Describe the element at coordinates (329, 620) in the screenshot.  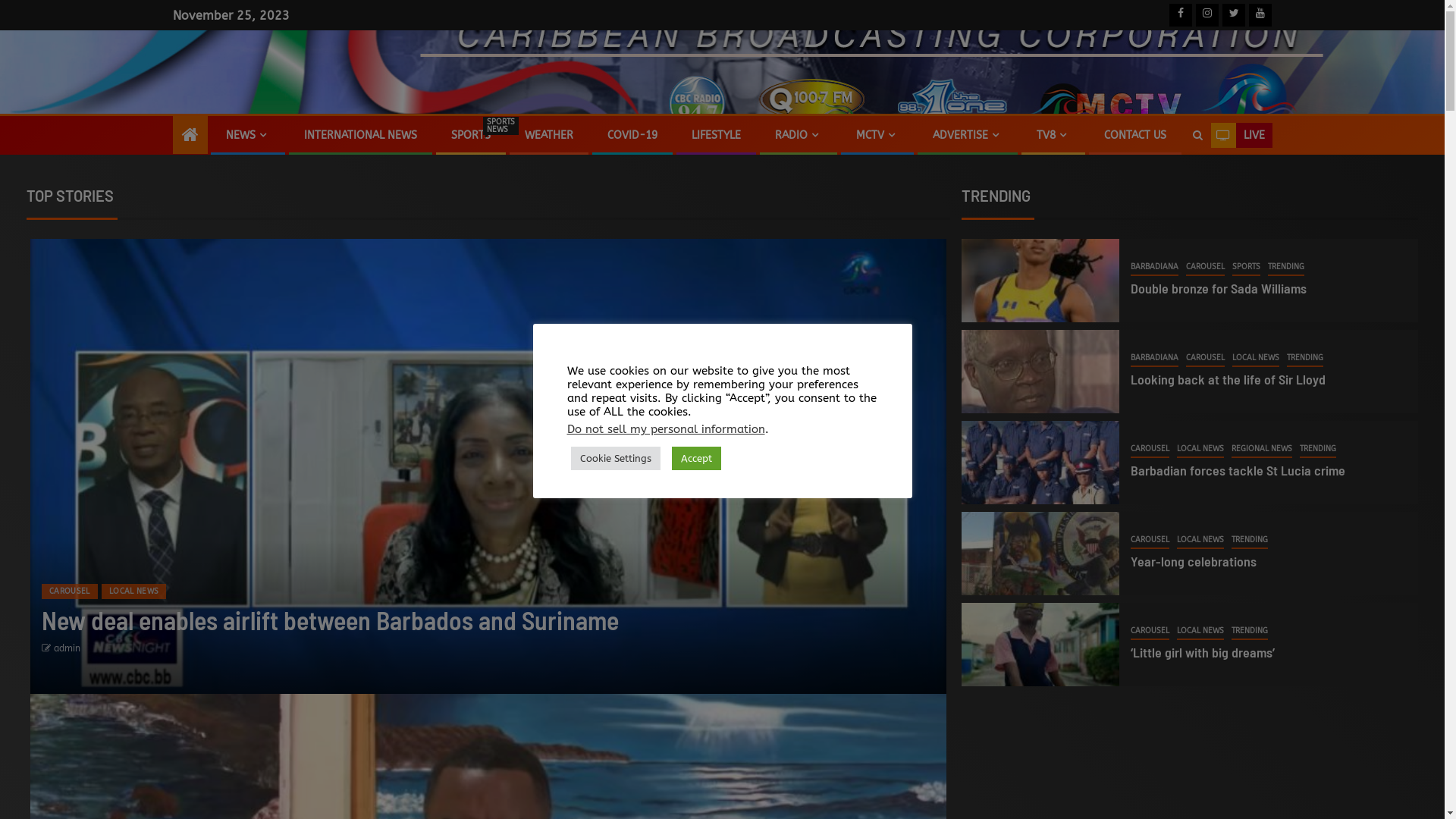
I see `'New deal enables airlift between Barbados and Suriname'` at that location.